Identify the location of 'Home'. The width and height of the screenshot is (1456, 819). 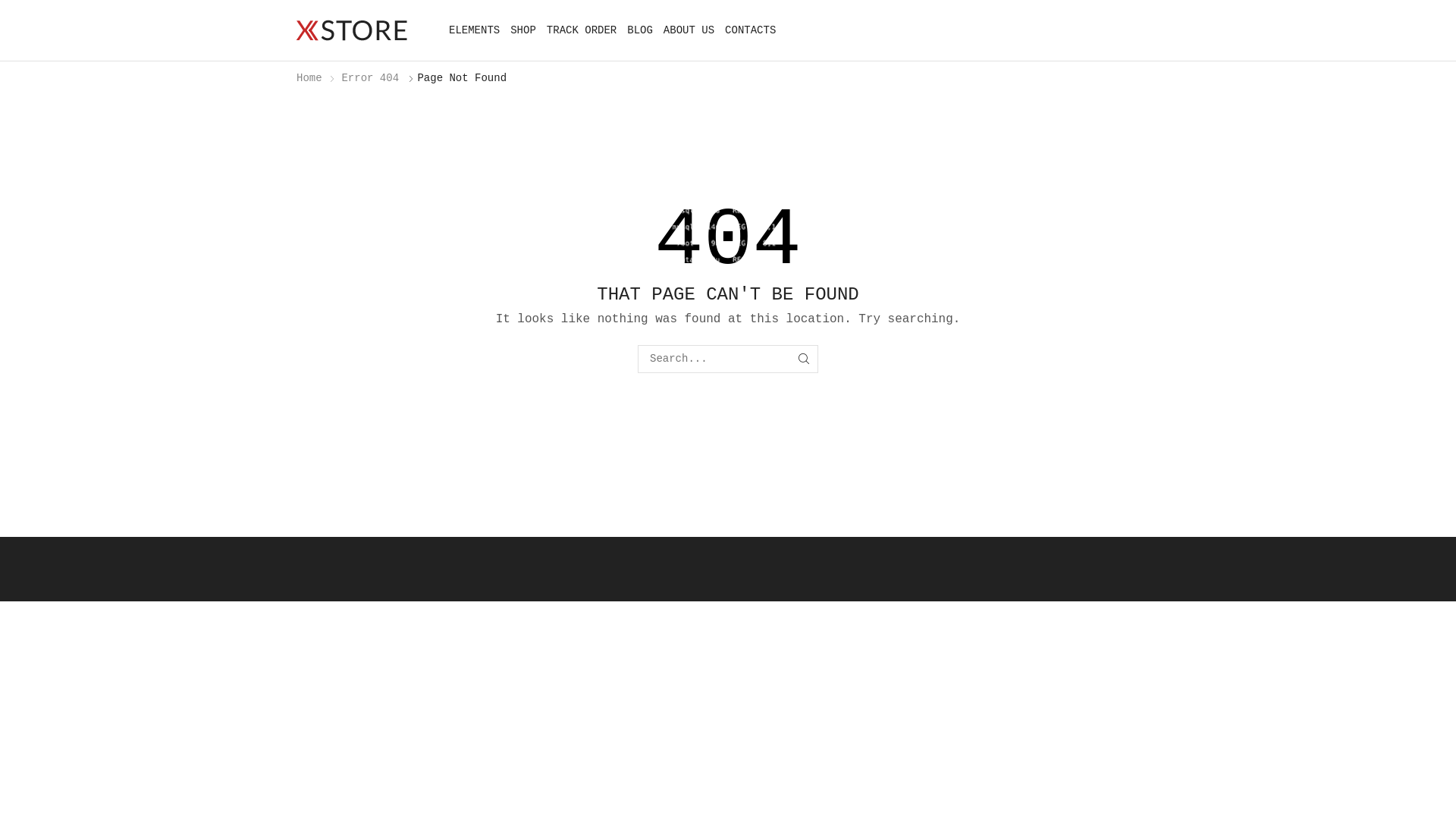
(295, 78).